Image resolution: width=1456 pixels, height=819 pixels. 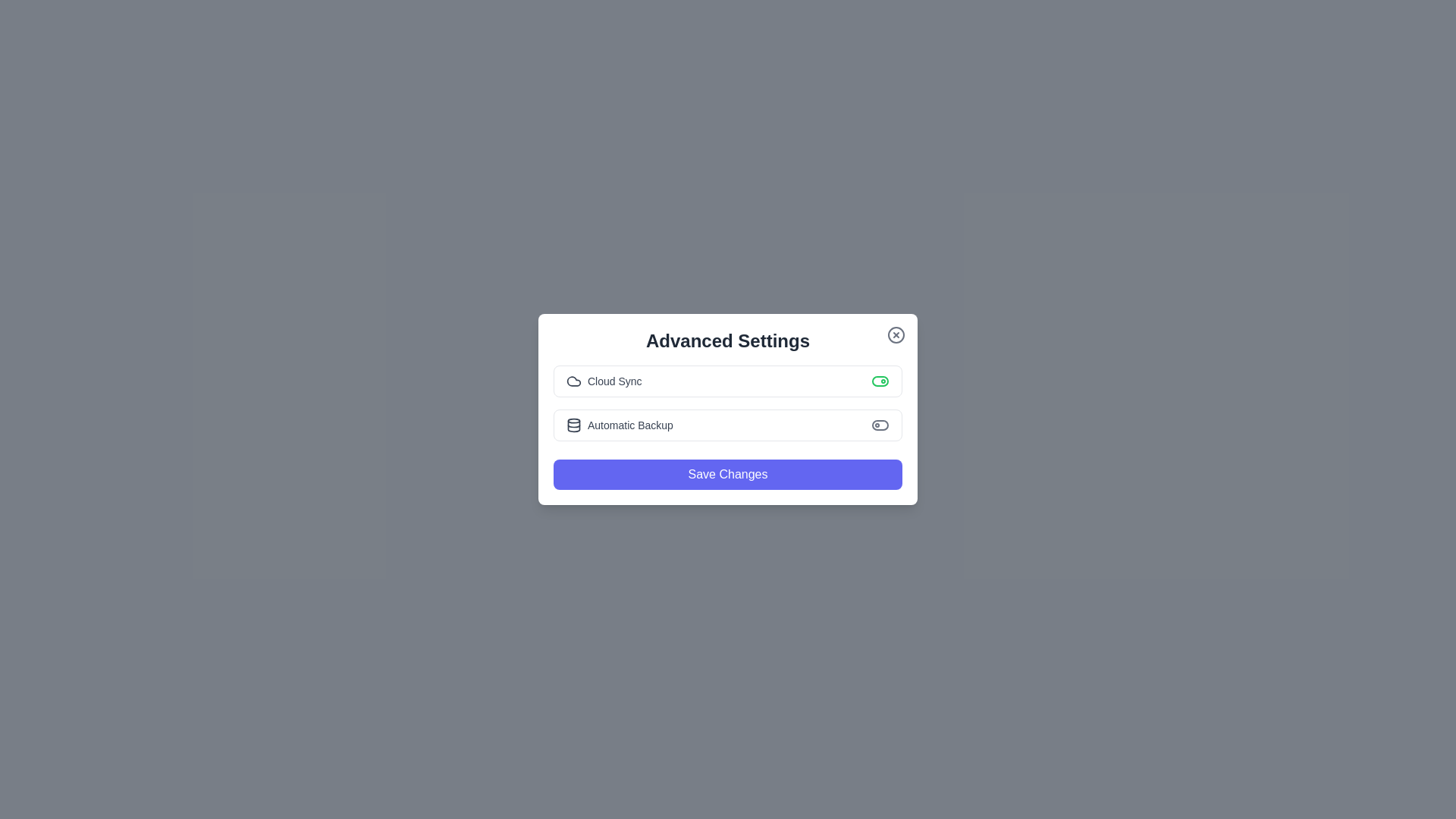 What do you see at coordinates (896, 334) in the screenshot?
I see `the close button located at the top-right corner of the 'Advanced Settings' modal` at bounding box center [896, 334].